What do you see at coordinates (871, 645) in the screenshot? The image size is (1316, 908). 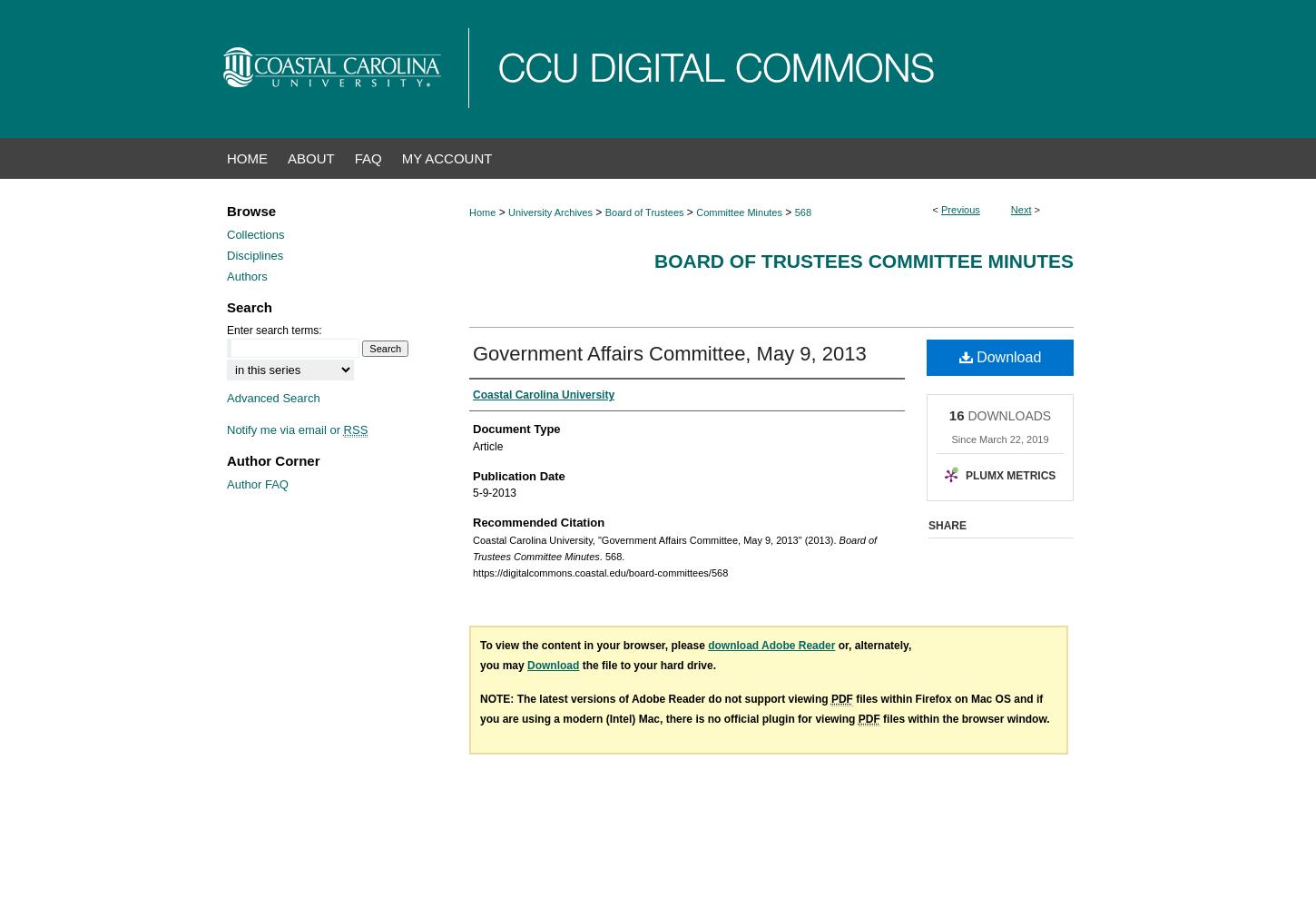 I see `'or, alternately,'` at bounding box center [871, 645].